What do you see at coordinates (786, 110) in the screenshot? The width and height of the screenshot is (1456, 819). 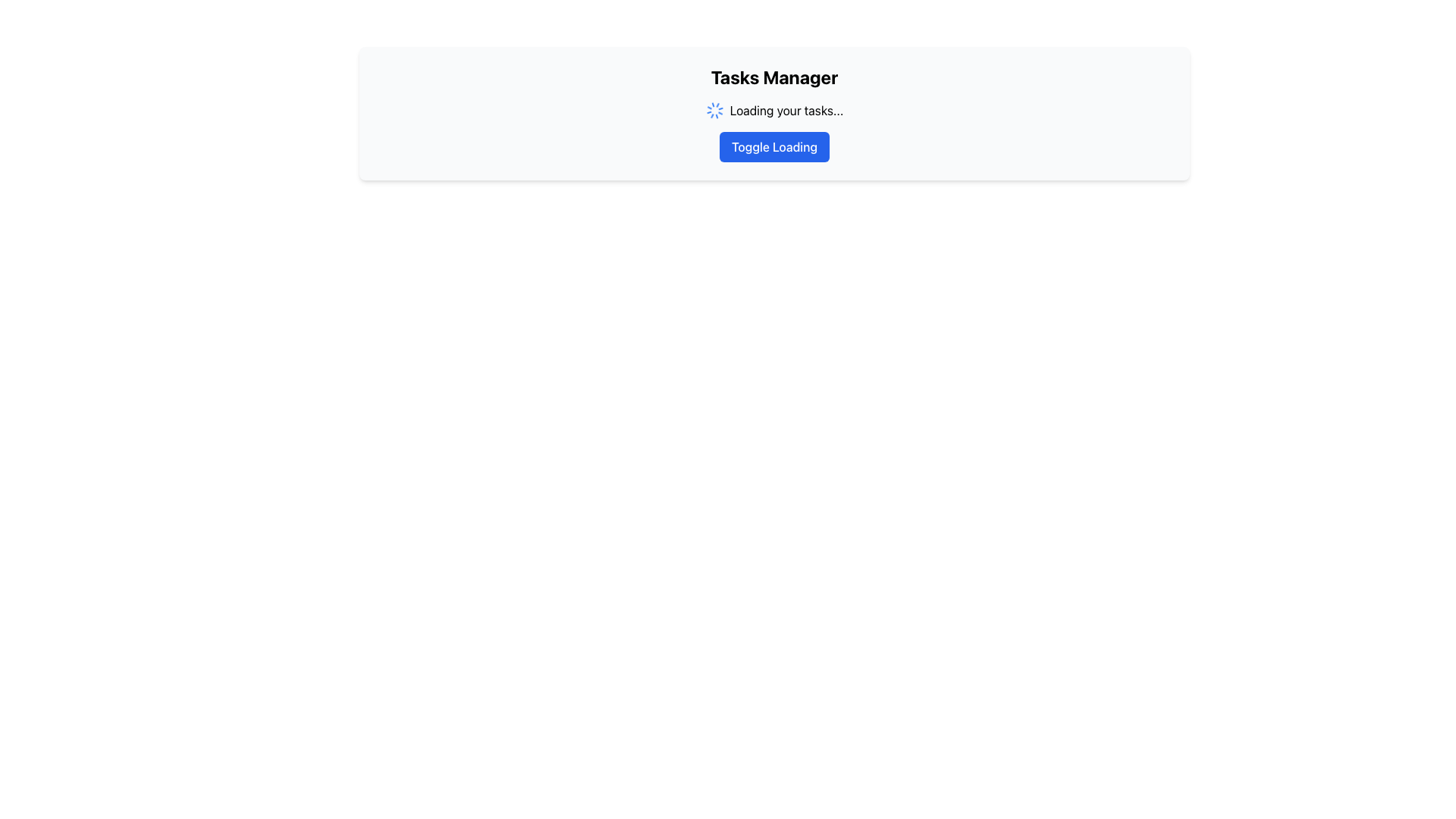 I see `the static text label indicating the loading of tasks, located to the right of the animated spinner icon and below the 'Tasks Manager' label` at bounding box center [786, 110].